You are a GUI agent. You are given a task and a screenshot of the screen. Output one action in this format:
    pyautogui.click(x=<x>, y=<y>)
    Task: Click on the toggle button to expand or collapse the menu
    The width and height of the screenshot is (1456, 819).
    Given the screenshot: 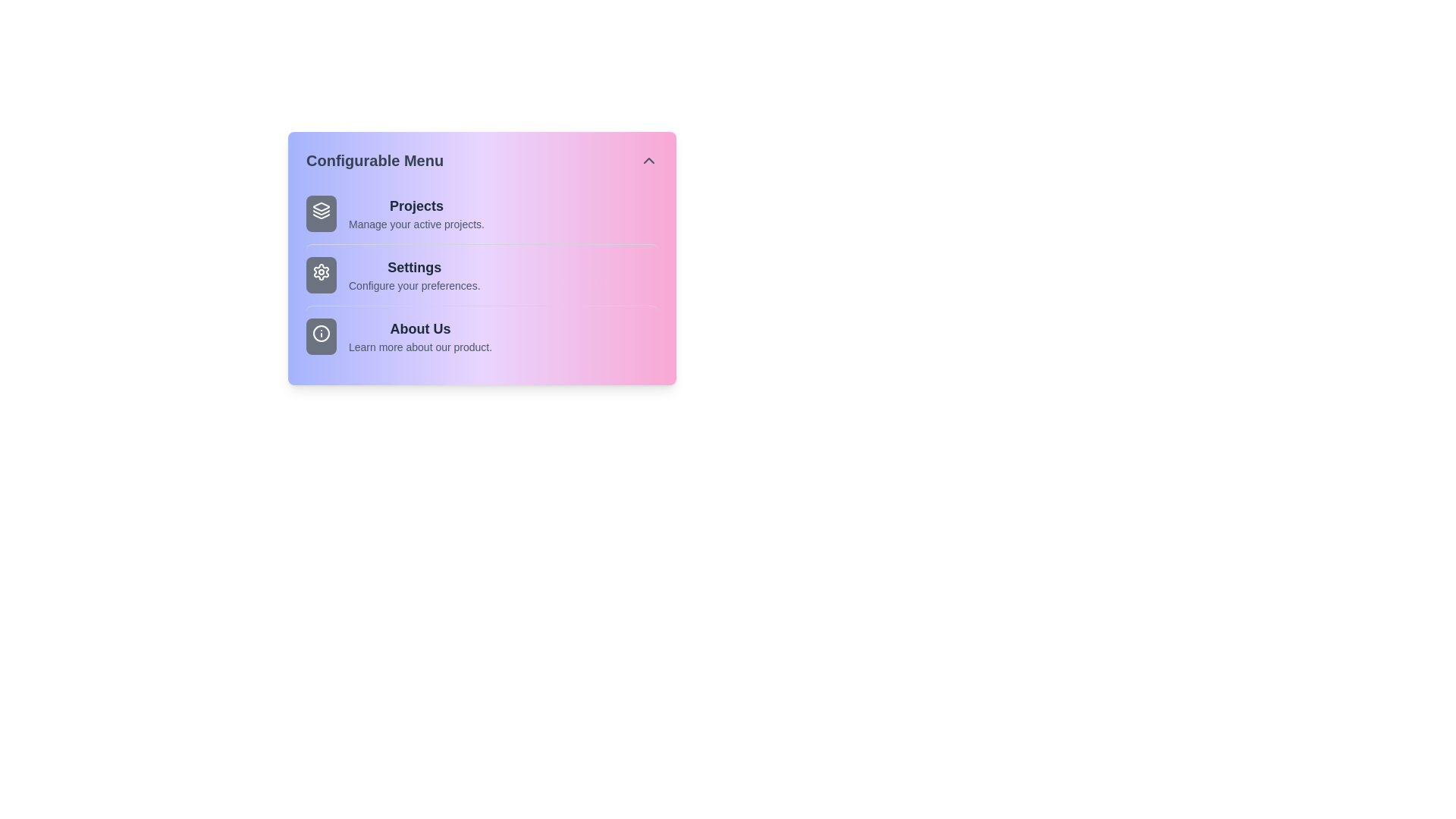 What is the action you would take?
    pyautogui.click(x=648, y=161)
    